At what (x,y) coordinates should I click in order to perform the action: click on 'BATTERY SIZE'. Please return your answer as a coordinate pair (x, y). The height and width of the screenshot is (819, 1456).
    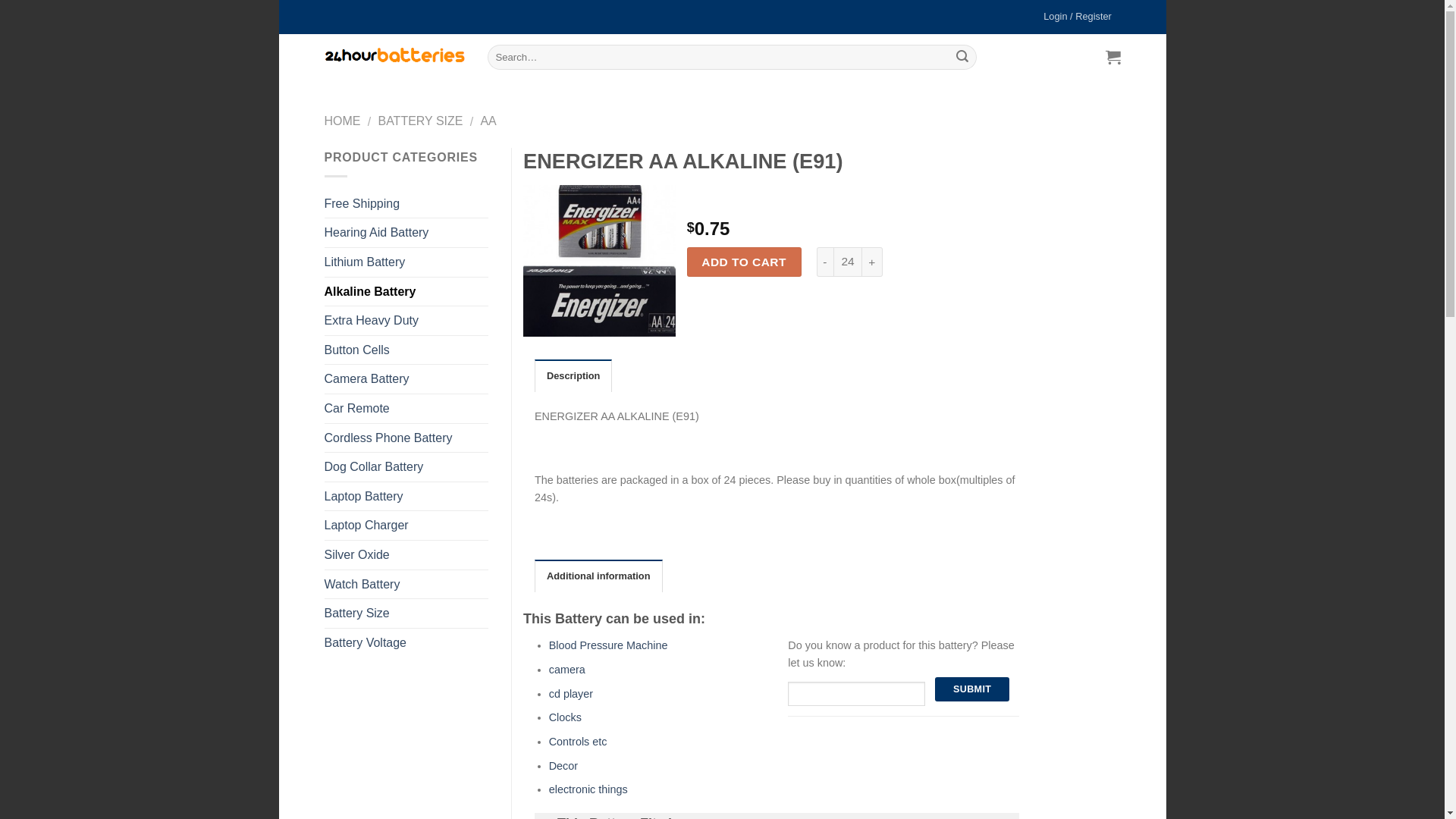
    Looking at the image, I should click on (419, 120).